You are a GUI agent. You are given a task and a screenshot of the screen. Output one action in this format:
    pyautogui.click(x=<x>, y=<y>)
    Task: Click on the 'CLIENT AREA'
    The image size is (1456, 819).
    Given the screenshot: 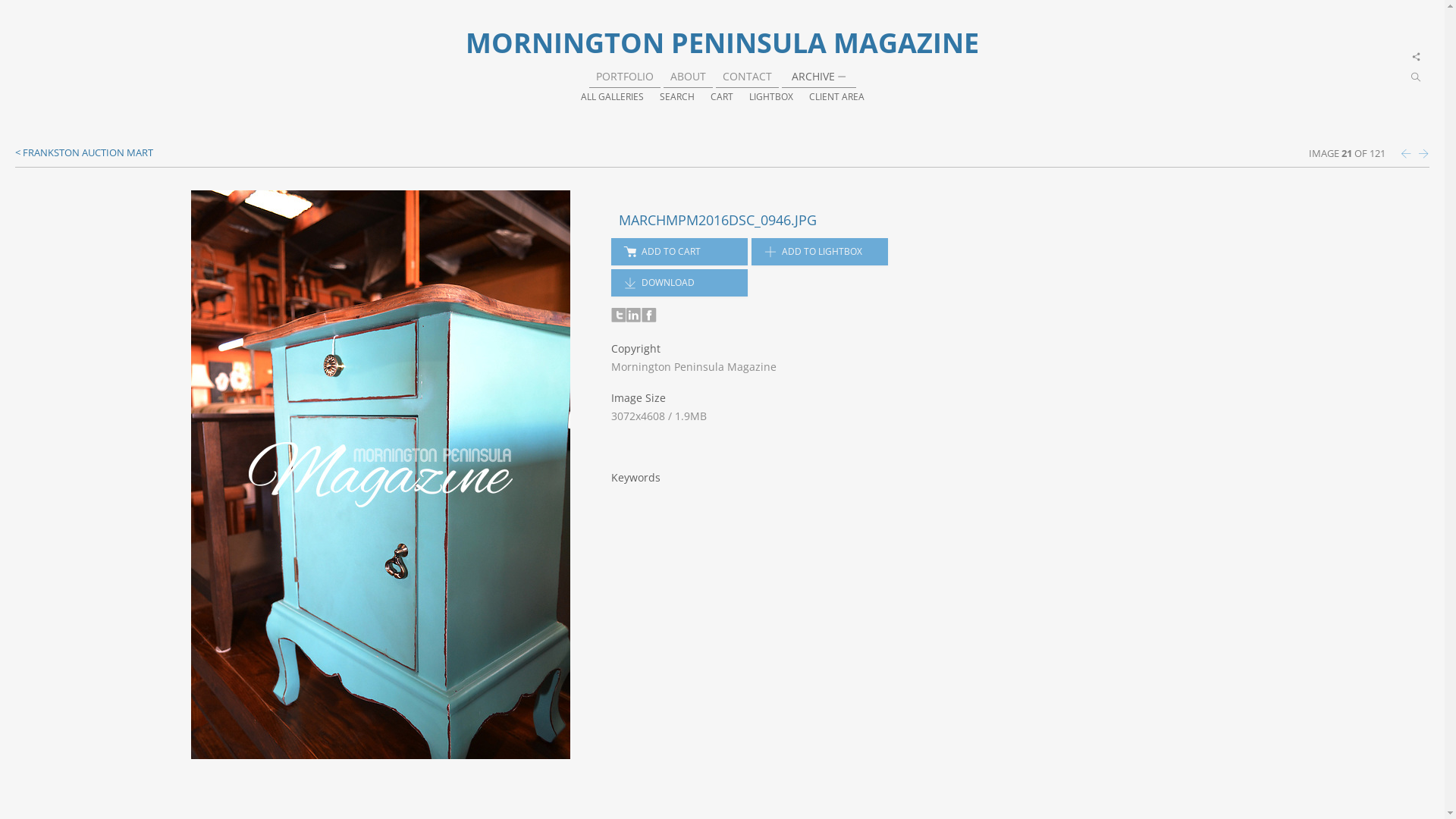 What is the action you would take?
    pyautogui.click(x=835, y=96)
    